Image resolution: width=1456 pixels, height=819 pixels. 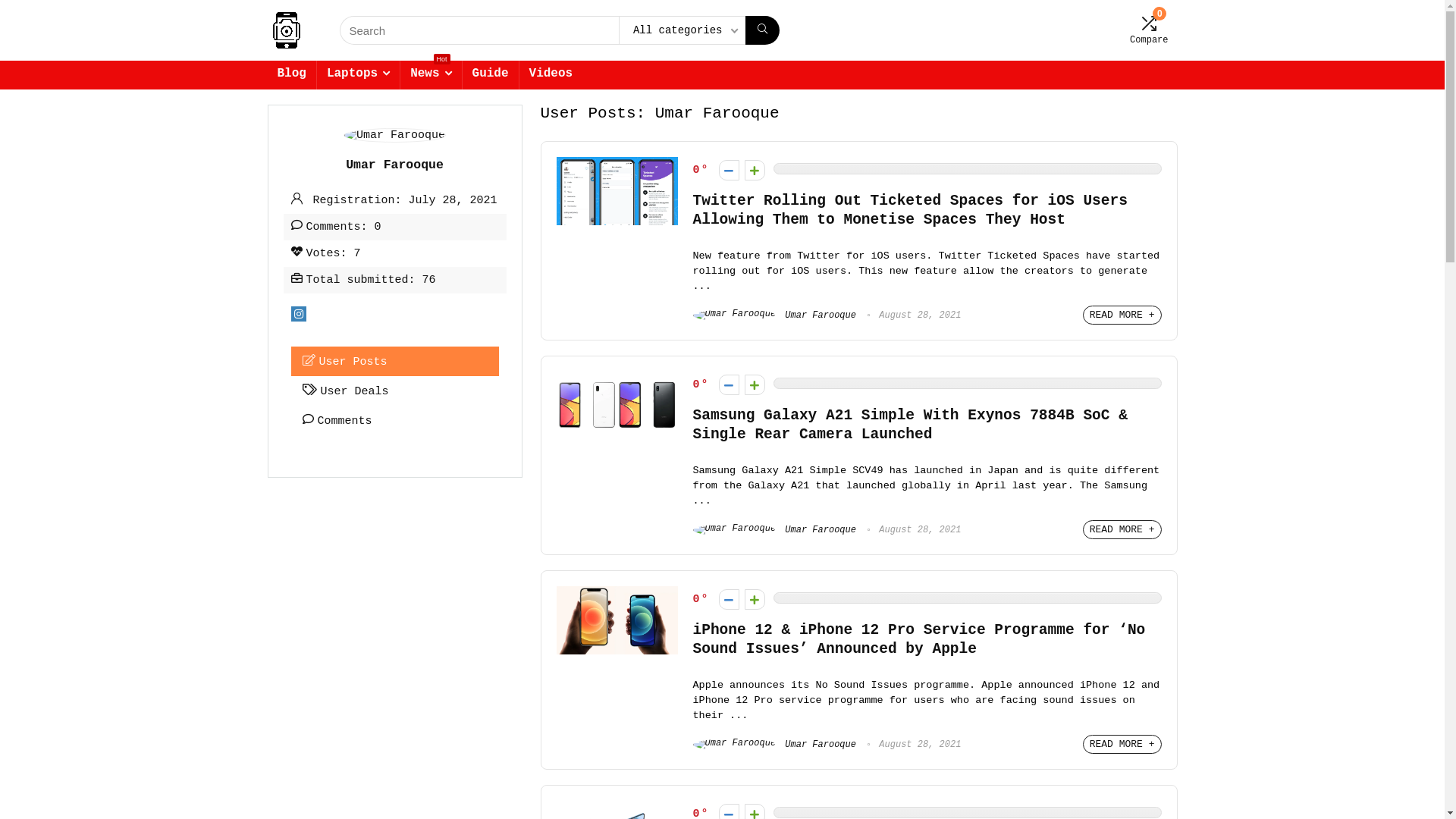 What do you see at coordinates (395, 420) in the screenshot?
I see `'Comments'` at bounding box center [395, 420].